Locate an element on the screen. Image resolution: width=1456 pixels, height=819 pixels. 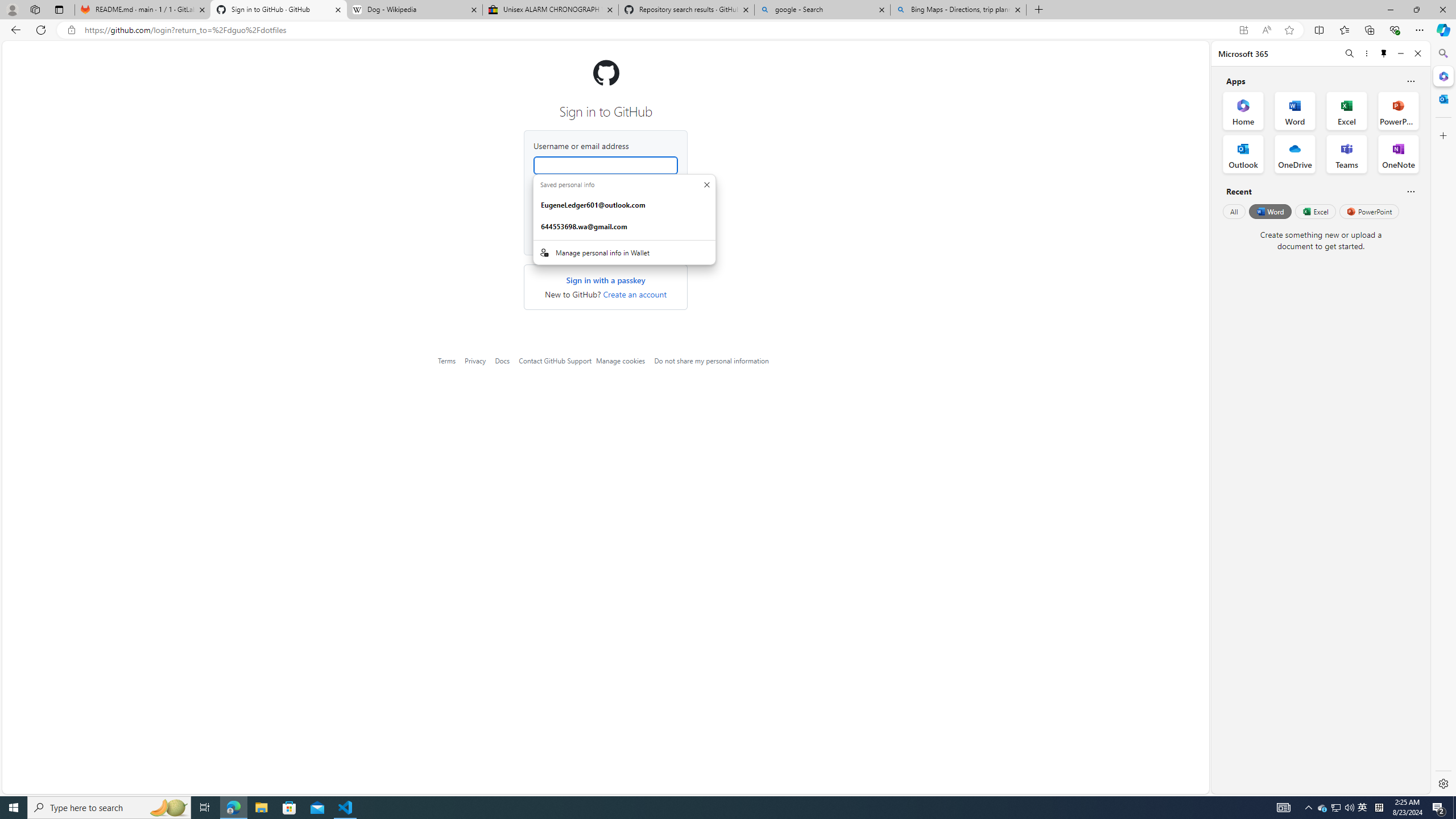
'App available. Install GitHub' is located at coordinates (1243, 30).